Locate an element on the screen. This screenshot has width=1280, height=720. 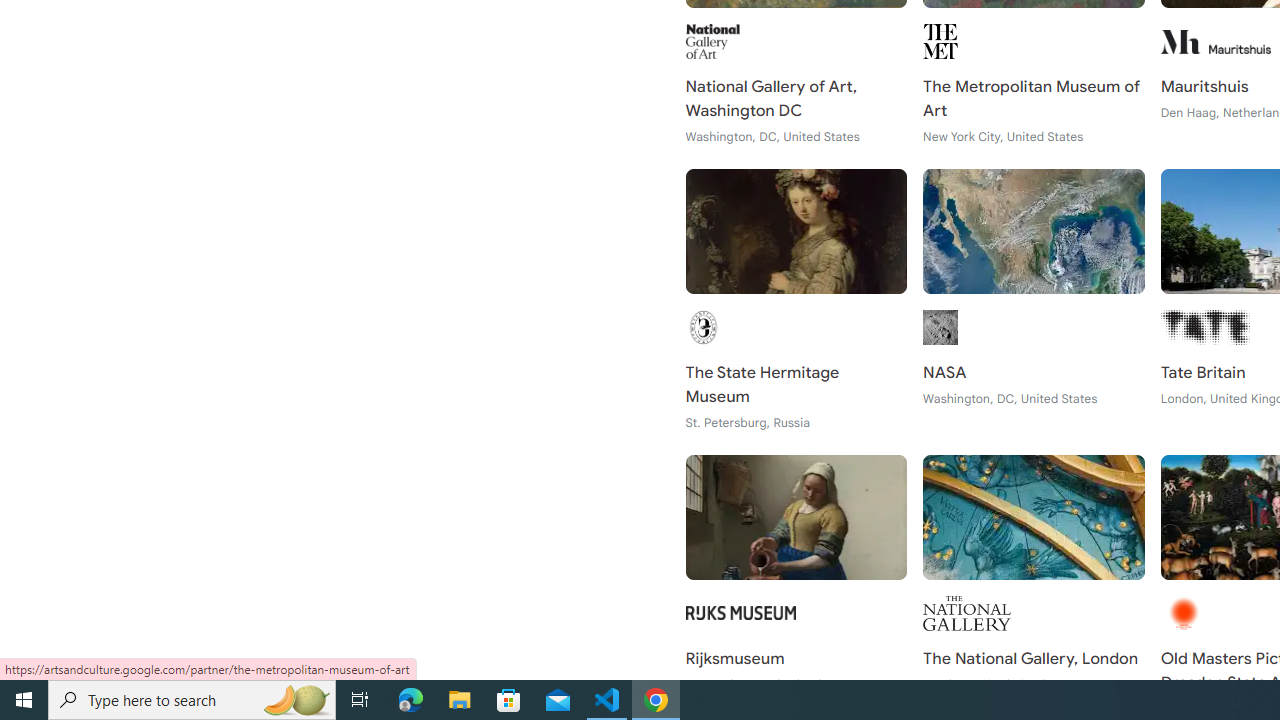
'The State Hermitage Museum St. Petersburg, Russia' is located at coordinates (795, 300).